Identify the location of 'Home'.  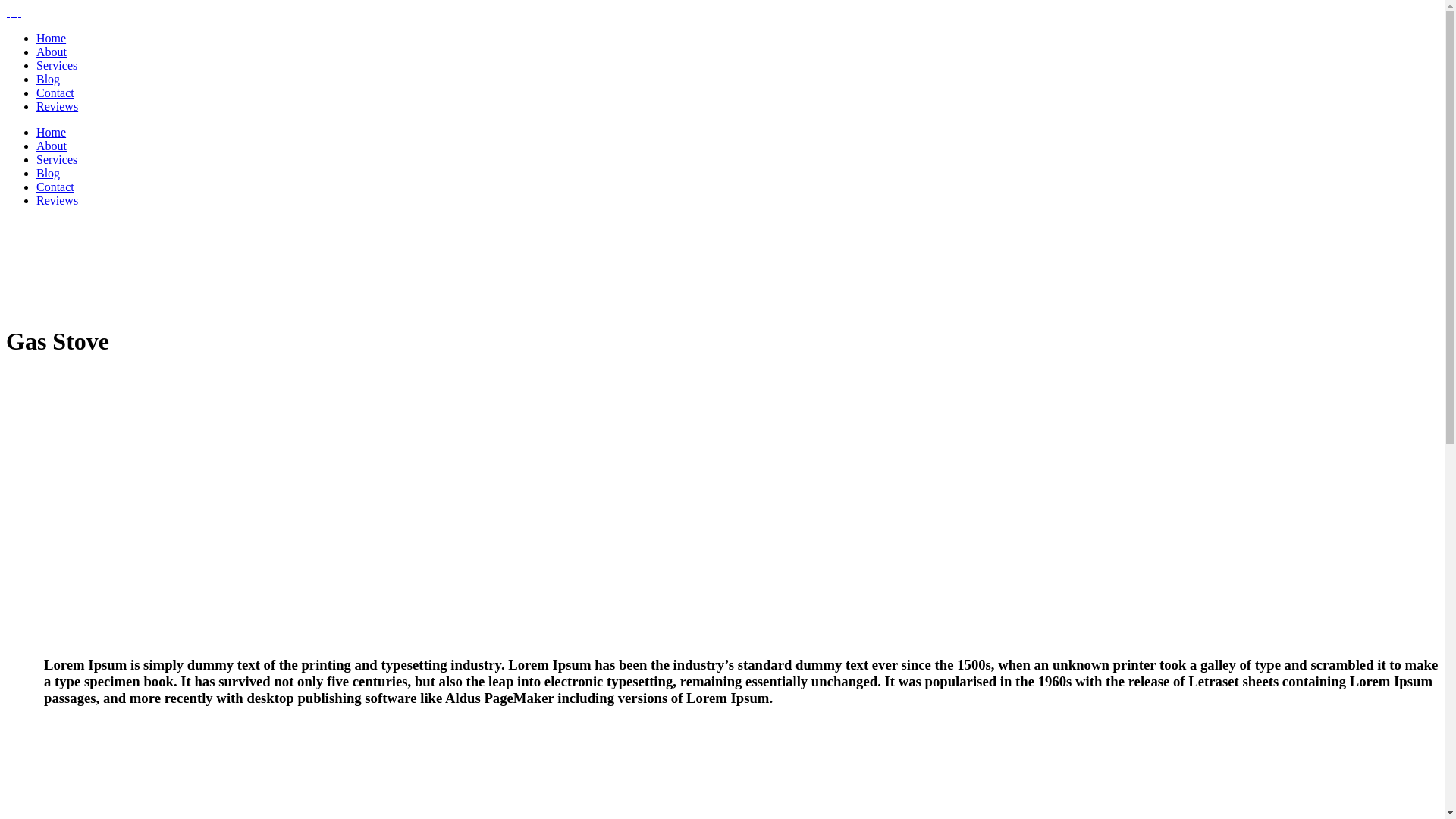
(51, 131).